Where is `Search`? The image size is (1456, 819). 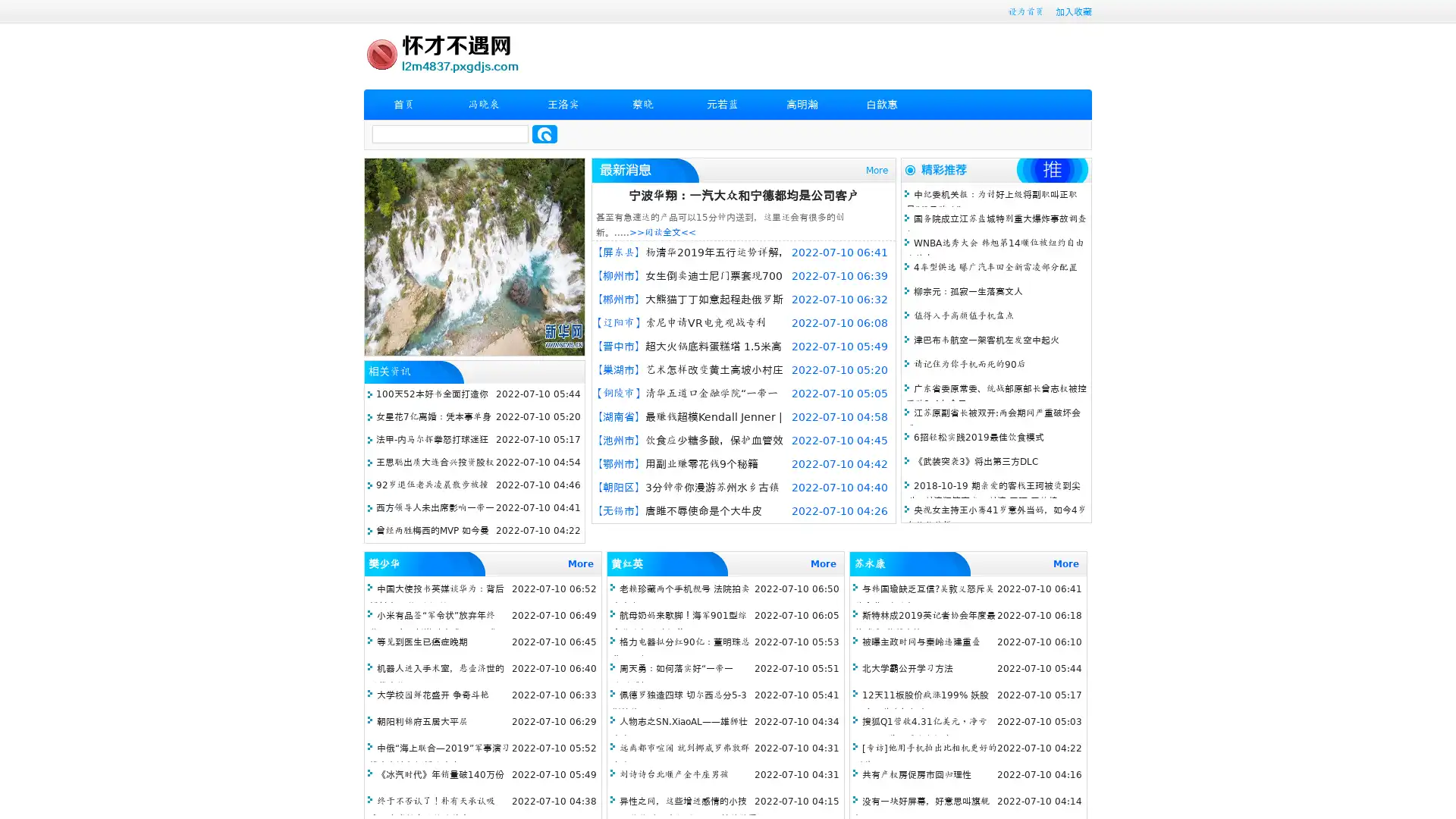 Search is located at coordinates (544, 133).